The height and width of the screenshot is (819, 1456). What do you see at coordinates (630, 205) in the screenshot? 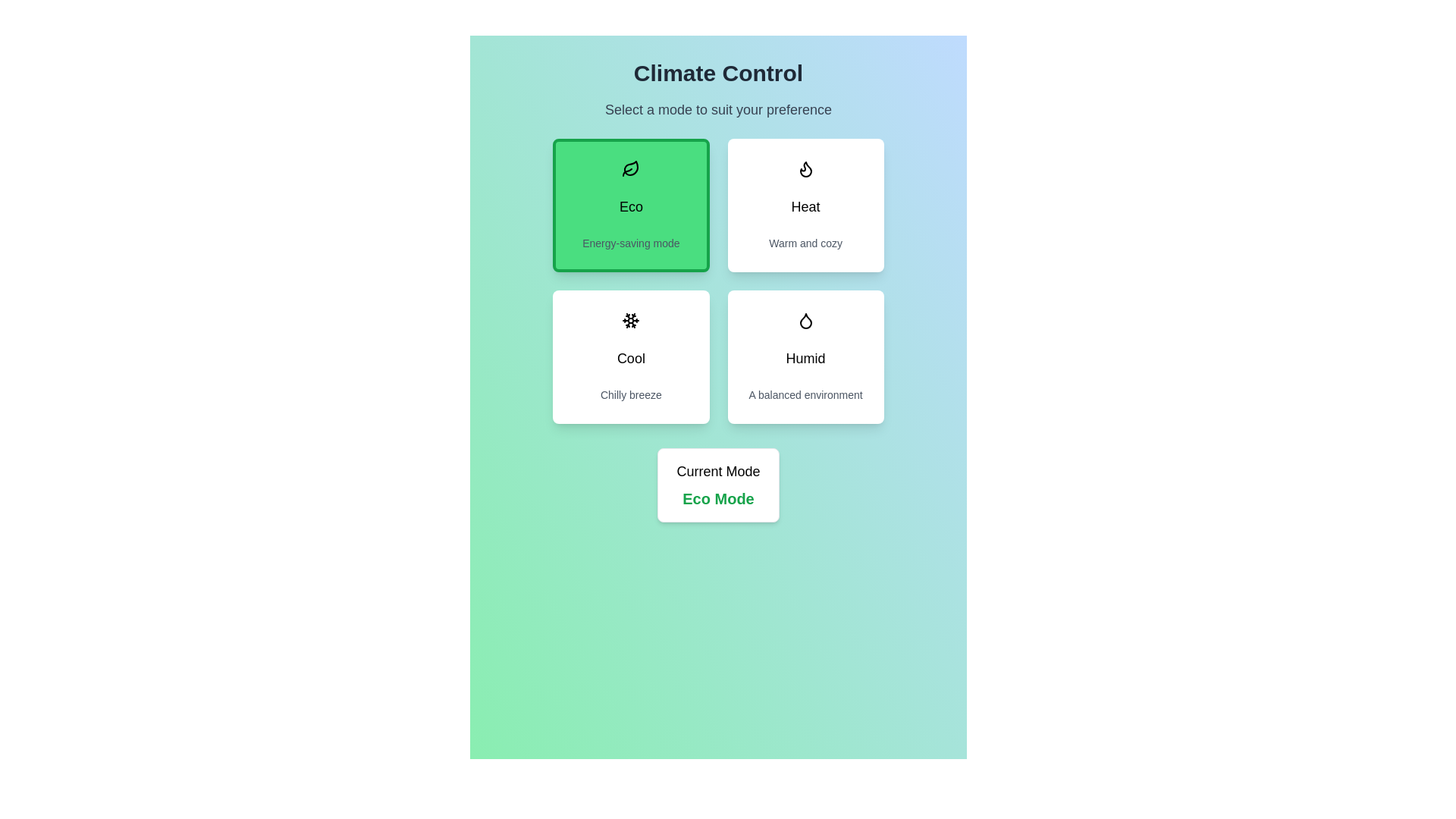
I see `the button corresponding to the mode Eco` at bounding box center [630, 205].